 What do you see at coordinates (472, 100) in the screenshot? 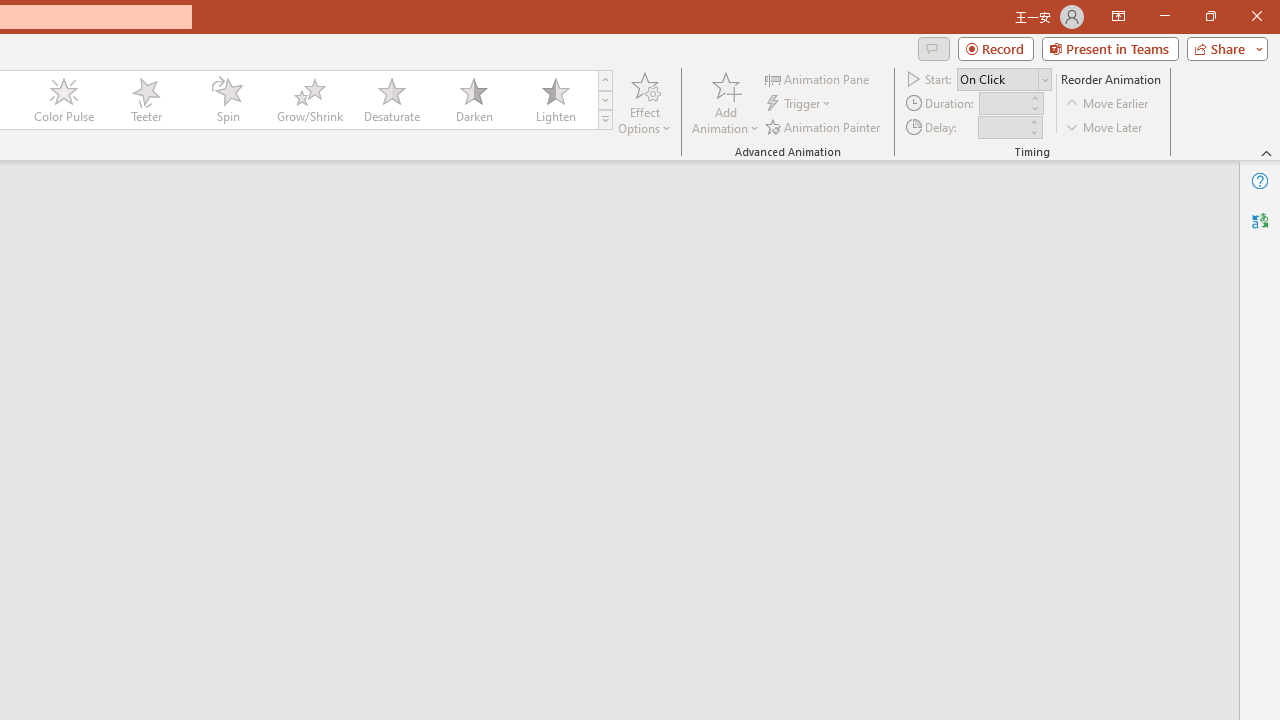
I see `'Darken'` at bounding box center [472, 100].